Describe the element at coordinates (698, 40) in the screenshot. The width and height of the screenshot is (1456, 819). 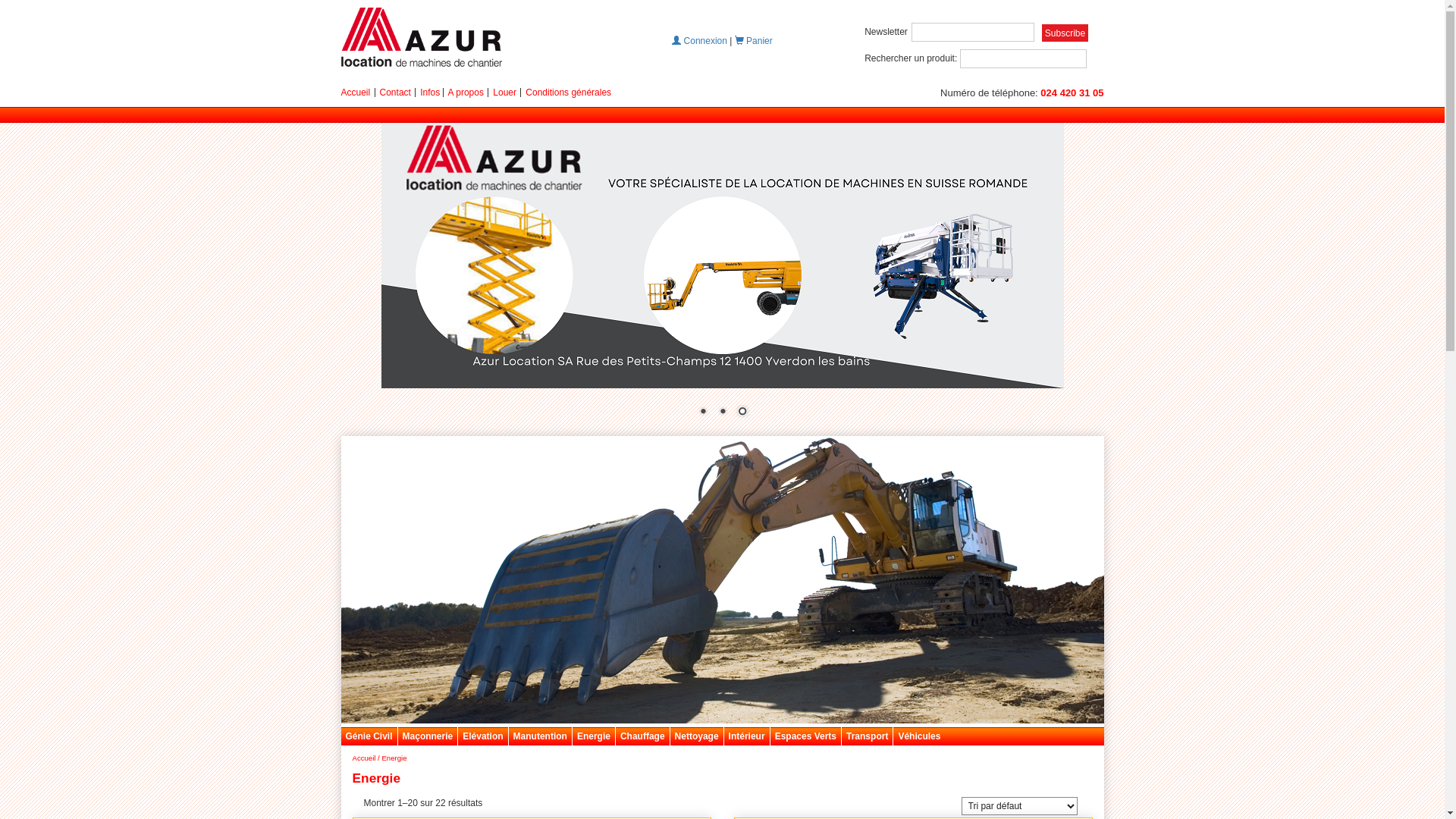
I see `'Connexion'` at that location.